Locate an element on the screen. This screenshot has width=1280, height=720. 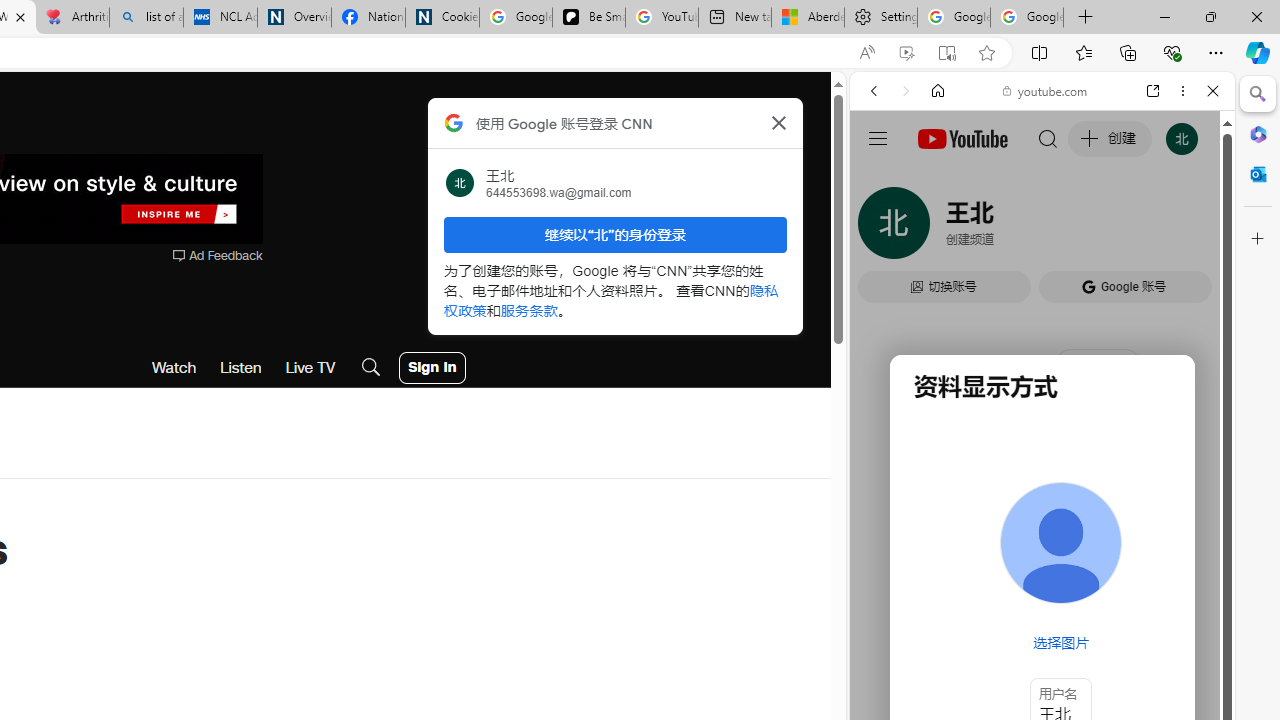
'youtube.com' is located at coordinates (1045, 91).